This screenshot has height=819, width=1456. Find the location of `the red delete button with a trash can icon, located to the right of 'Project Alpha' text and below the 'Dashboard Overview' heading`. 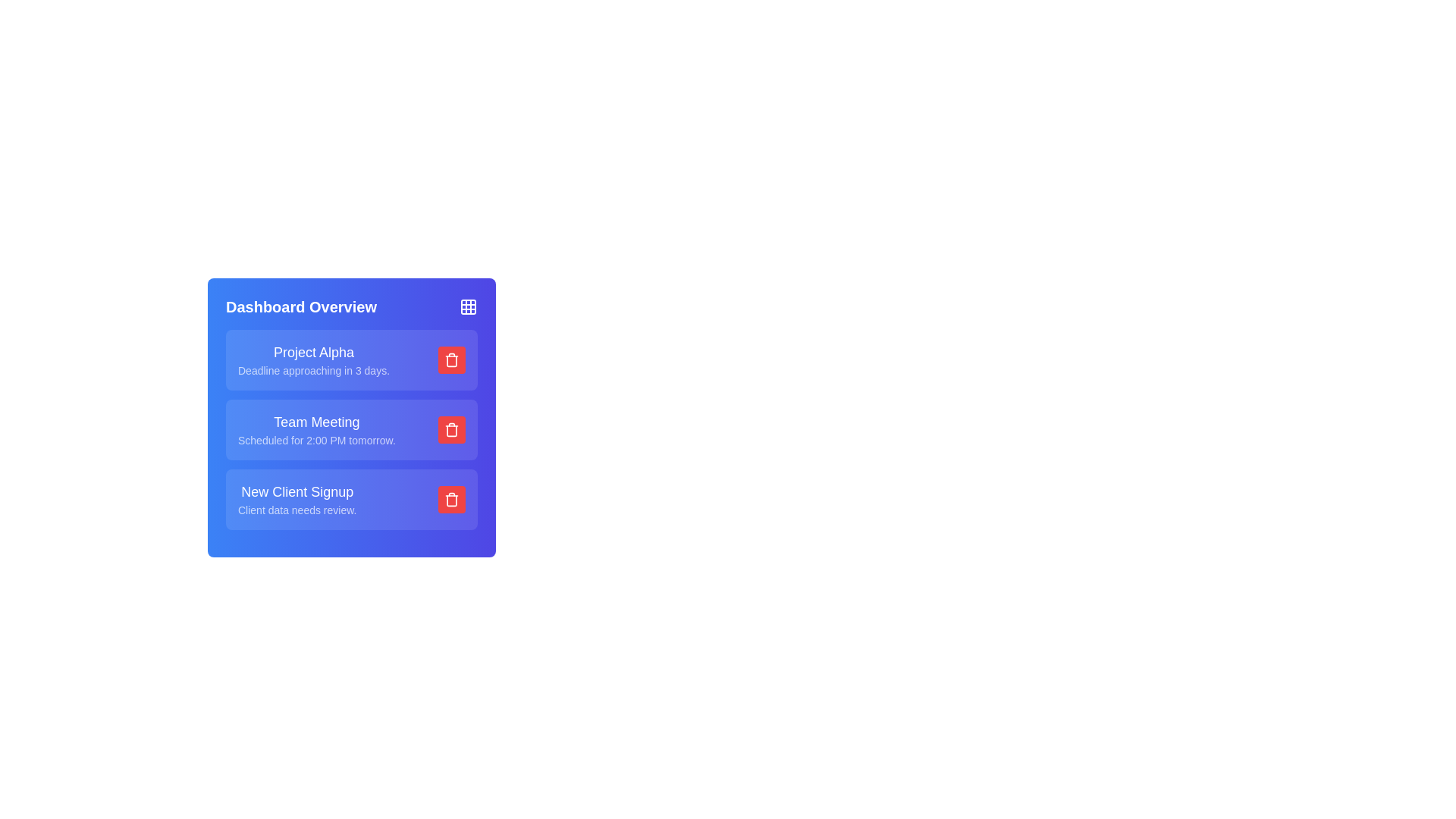

the red delete button with a trash can icon, located to the right of 'Project Alpha' text and below the 'Dashboard Overview' heading is located at coordinates (450, 359).